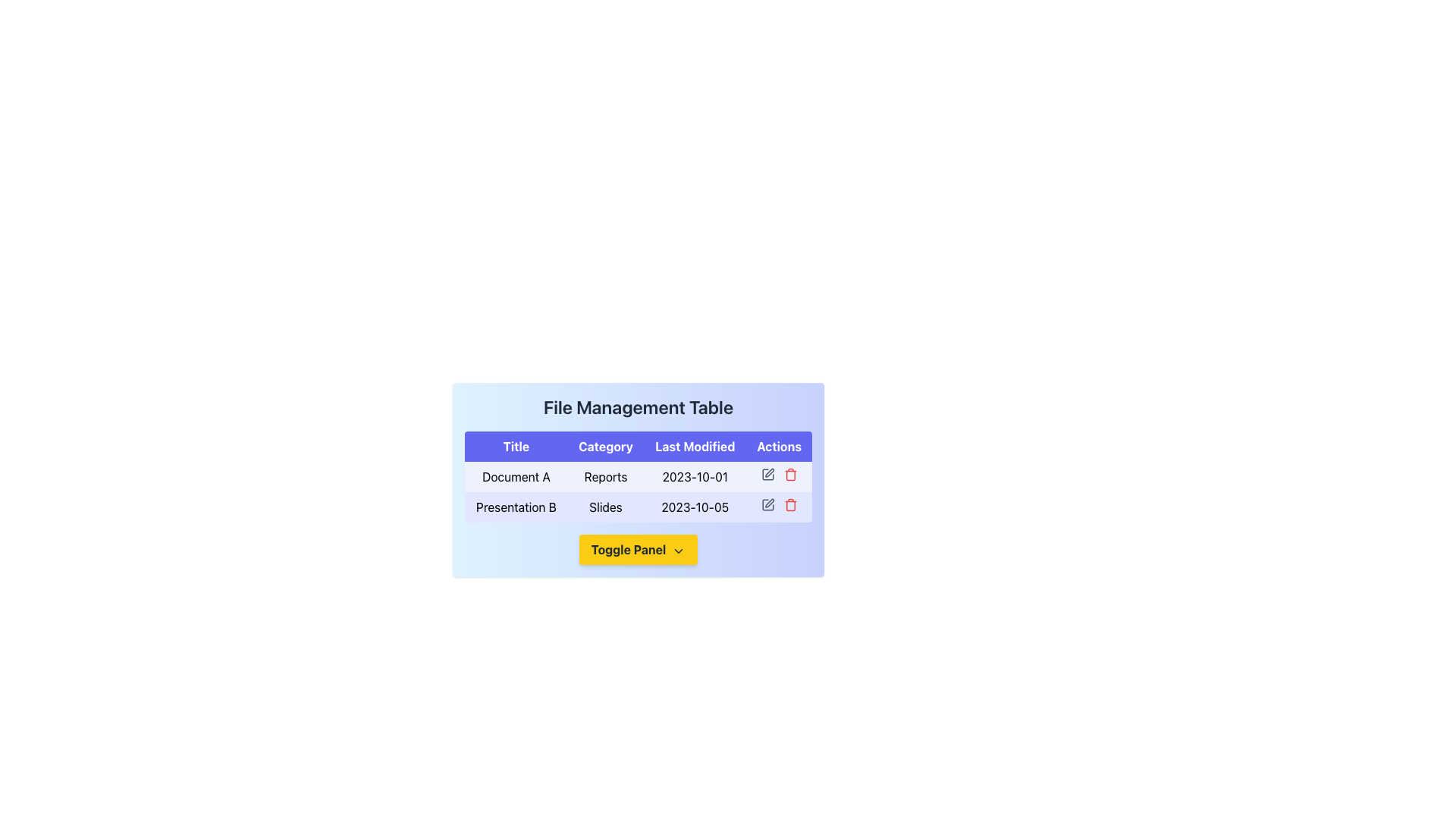  What do you see at coordinates (789, 473) in the screenshot?
I see `the delete button, which is the rightmost icon in the 'Actions' column of the second row in the table` at bounding box center [789, 473].